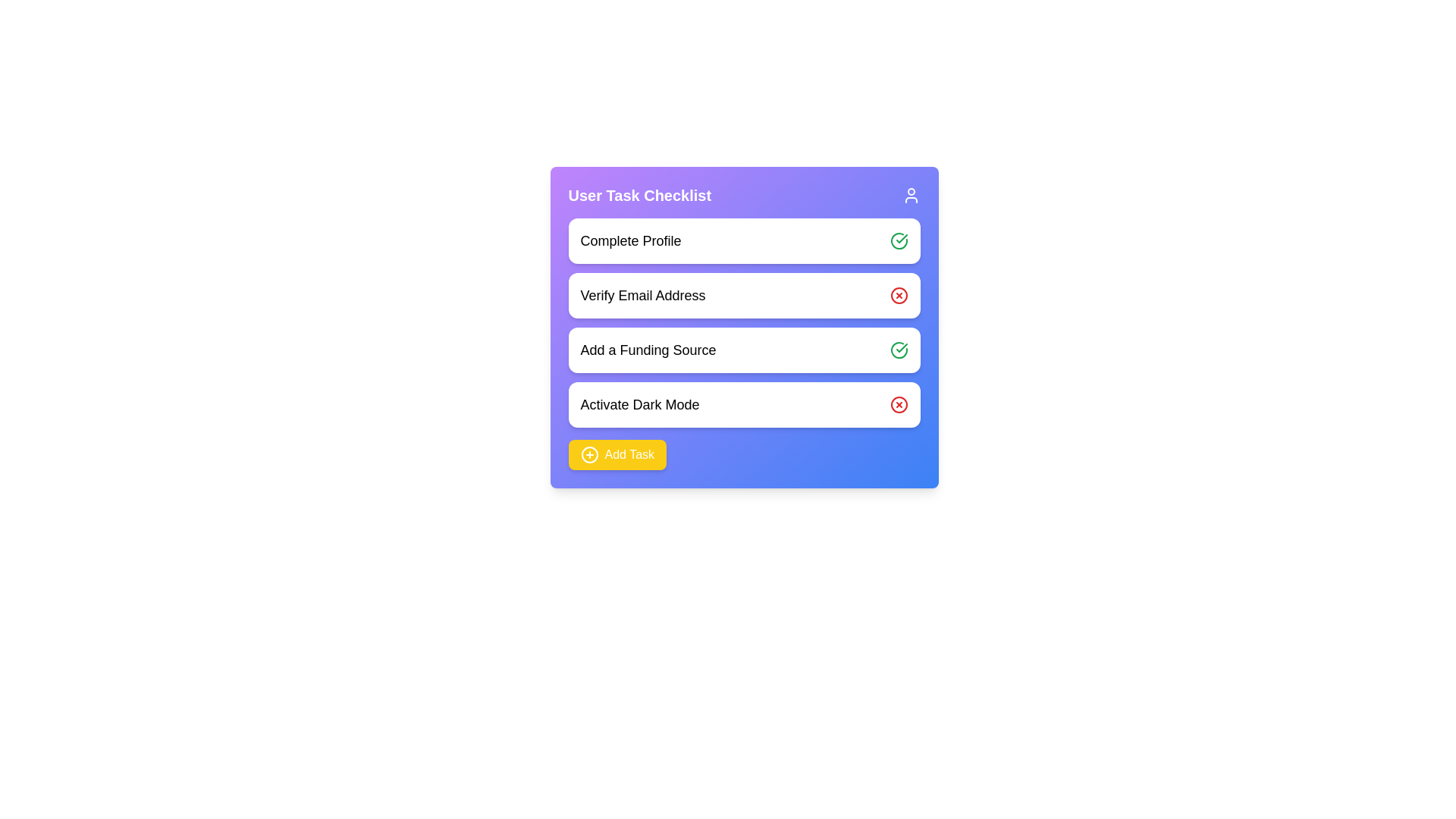  What do you see at coordinates (643, 295) in the screenshot?
I see `the static text label that identifies the task 'Verify Email Address', which is the second item in a vertical checklist and is positioned between 'Complete Profile' and 'Add a Funding Source'` at bounding box center [643, 295].